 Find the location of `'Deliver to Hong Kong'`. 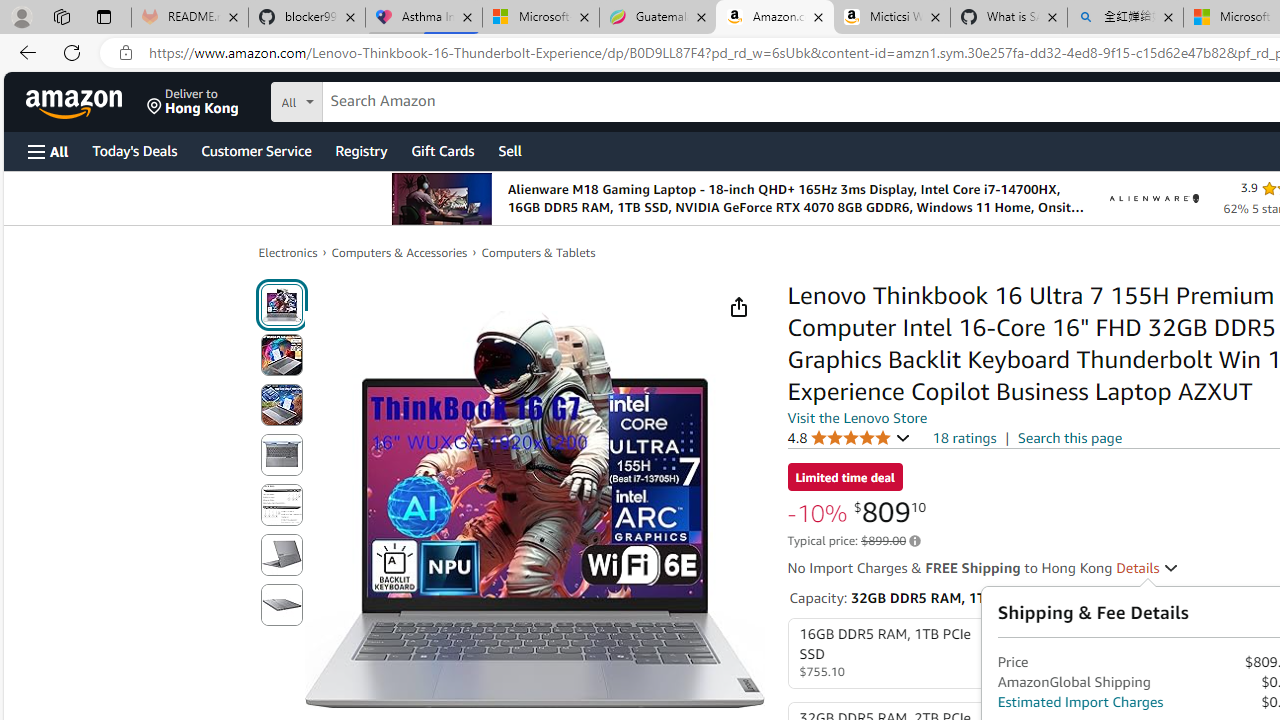

'Deliver to Hong Kong' is located at coordinates (193, 101).